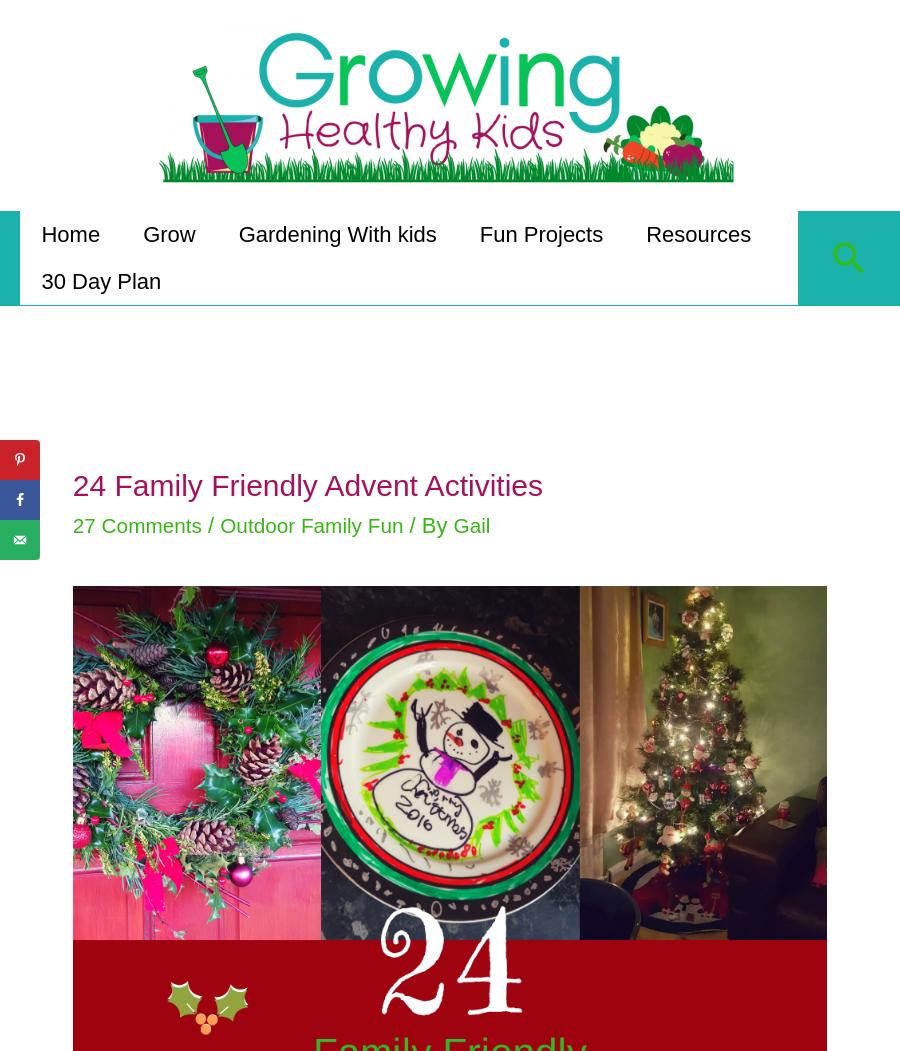 This screenshot has height=1051, width=900. Describe the element at coordinates (422, 512) in the screenshot. I see `'/ By'` at that location.